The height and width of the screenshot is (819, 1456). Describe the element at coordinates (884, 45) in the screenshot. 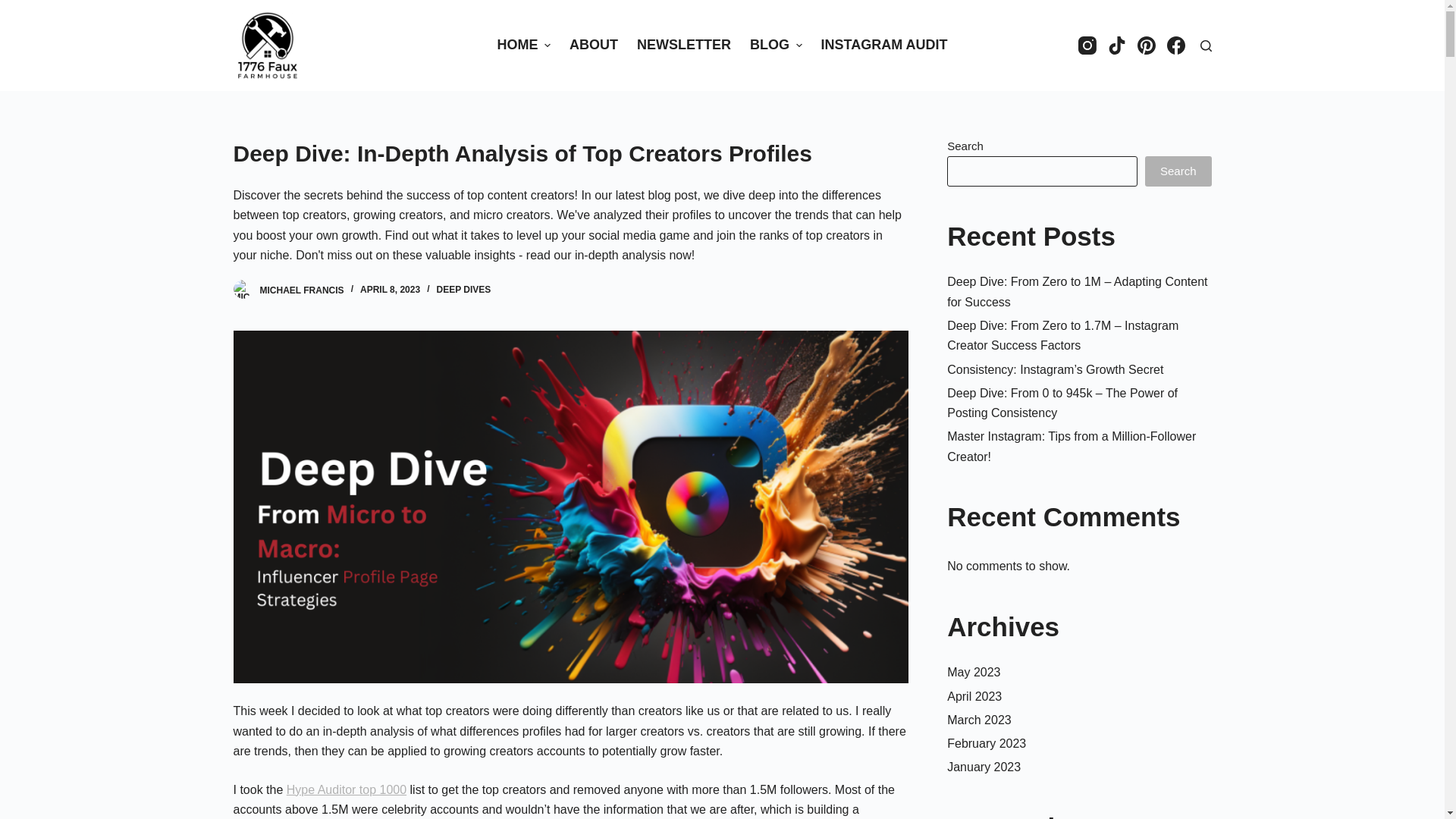

I see `'INSTAGRAM AUDIT'` at that location.